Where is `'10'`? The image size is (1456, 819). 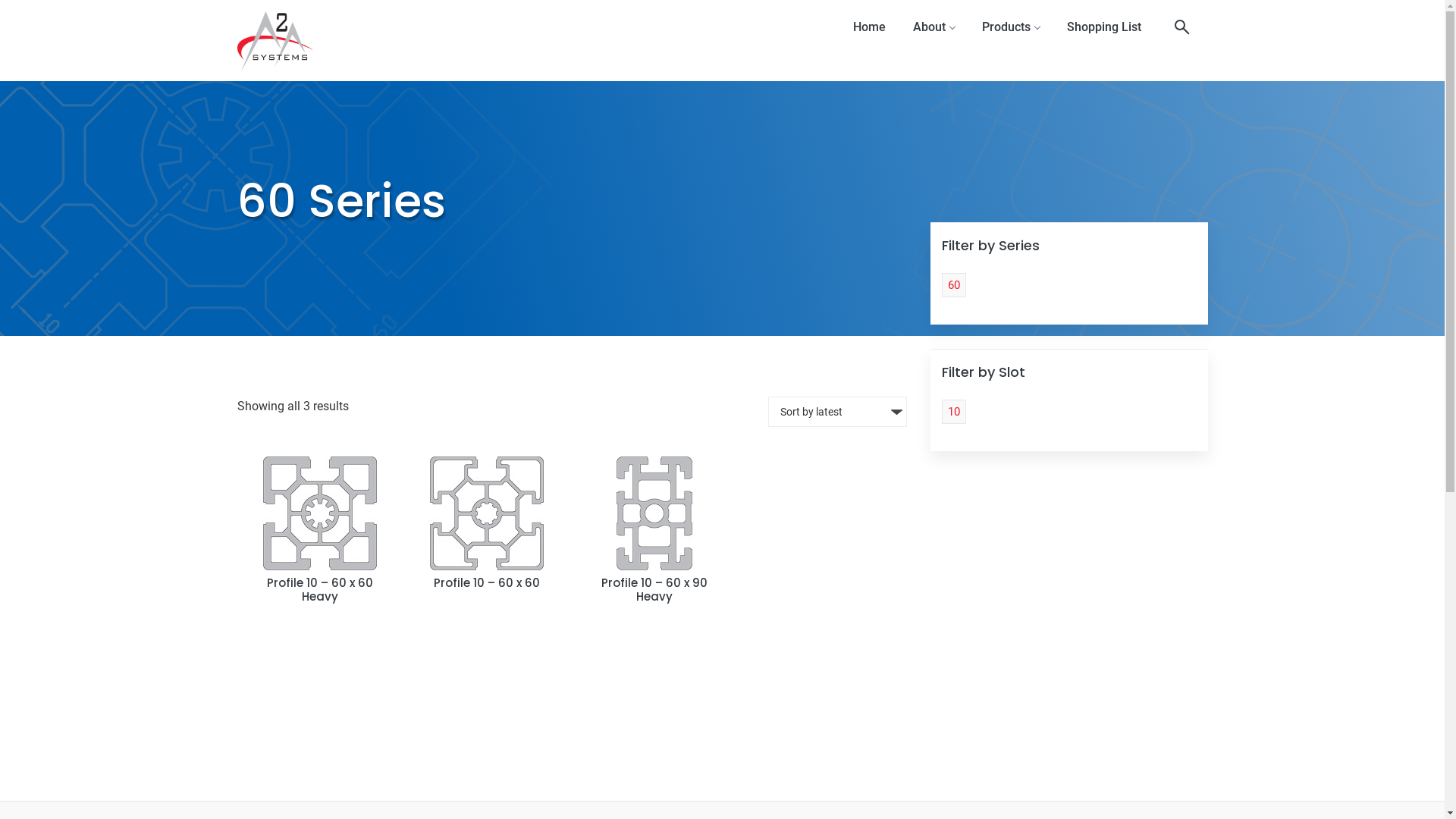 '10' is located at coordinates (952, 412).